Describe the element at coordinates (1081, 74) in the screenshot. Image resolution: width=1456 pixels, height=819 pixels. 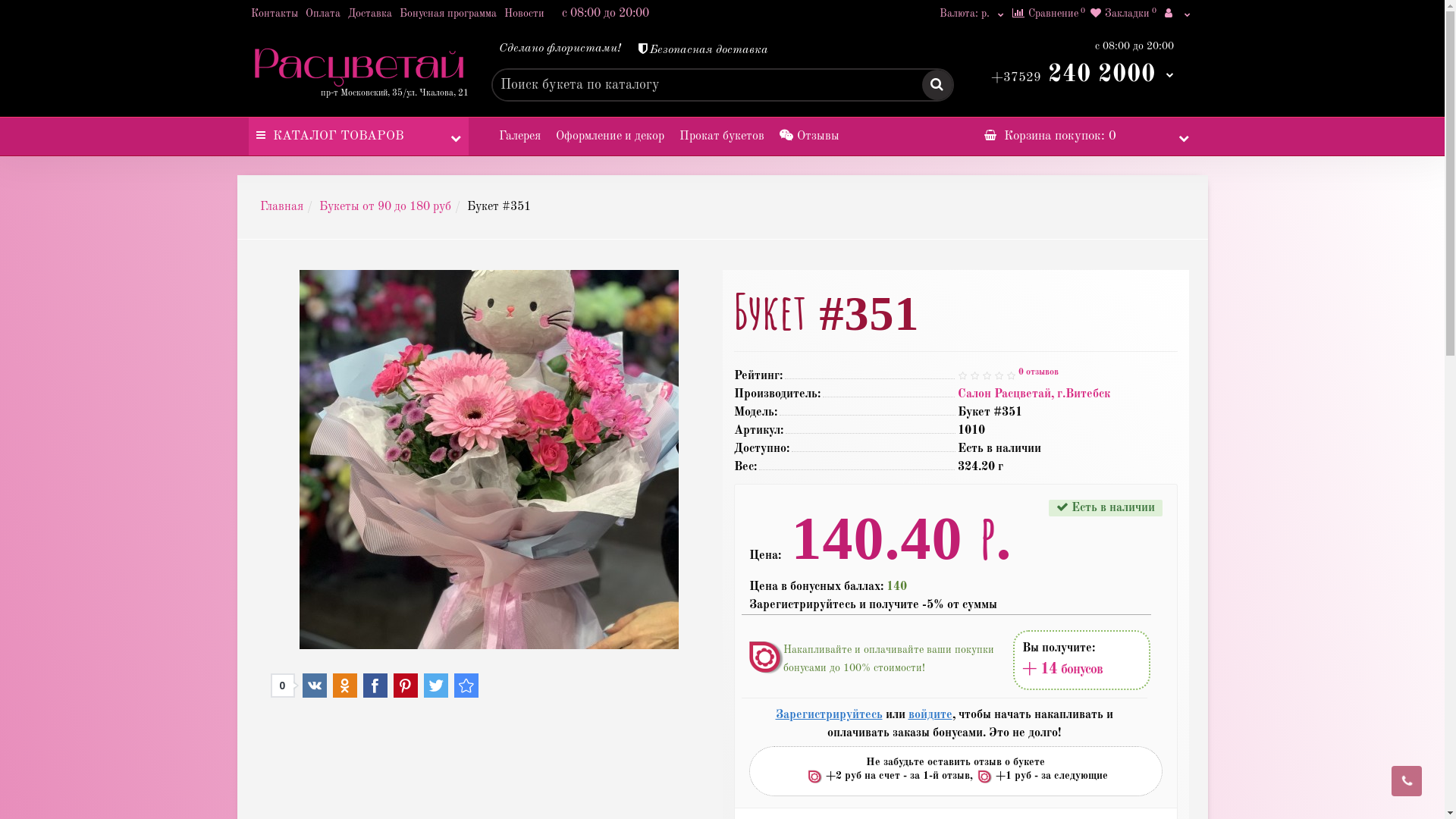
I see `'+37529 240 2000'` at that location.